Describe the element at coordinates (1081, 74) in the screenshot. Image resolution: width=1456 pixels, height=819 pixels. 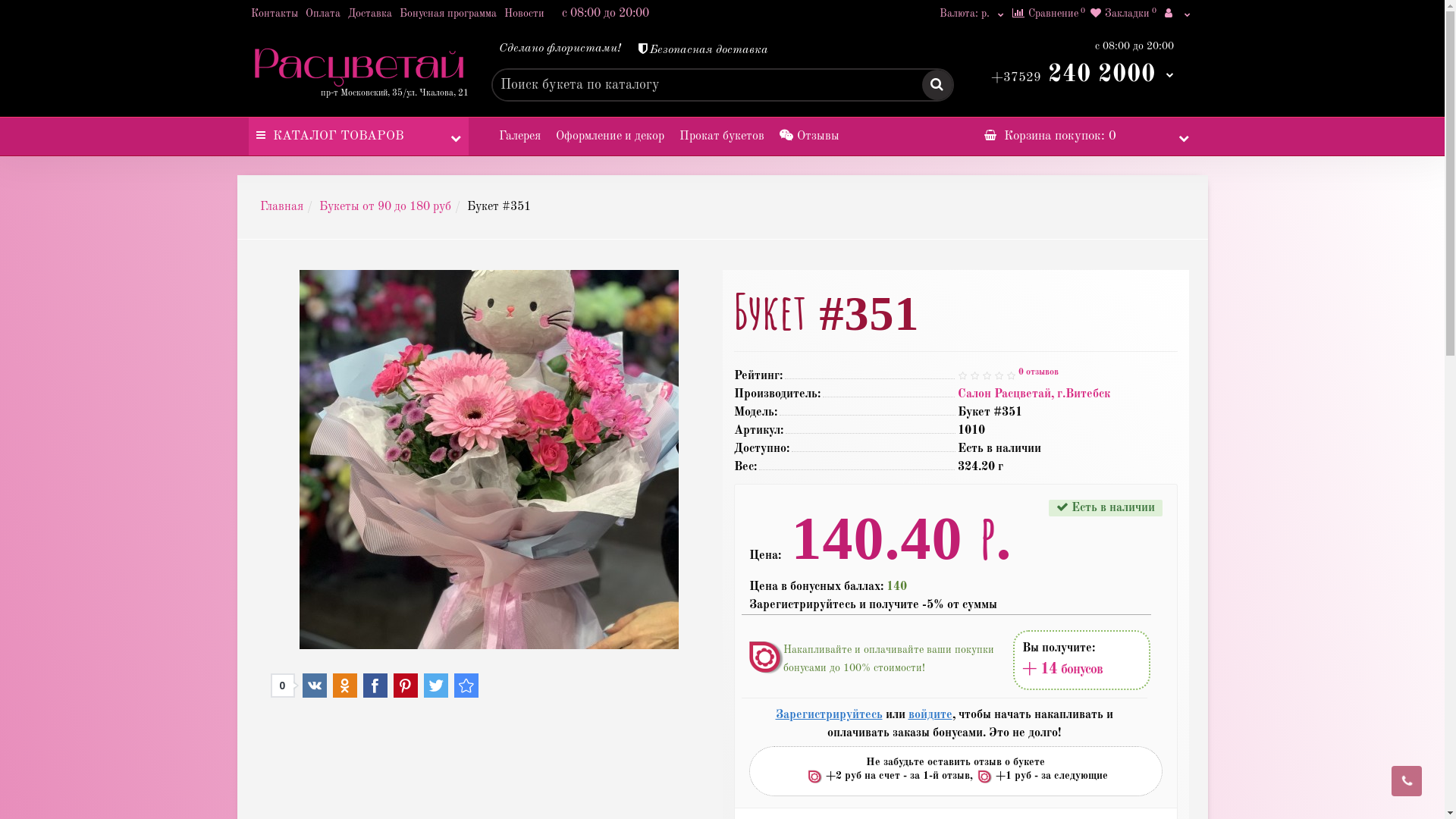
I see `'+37529 240 2000'` at that location.